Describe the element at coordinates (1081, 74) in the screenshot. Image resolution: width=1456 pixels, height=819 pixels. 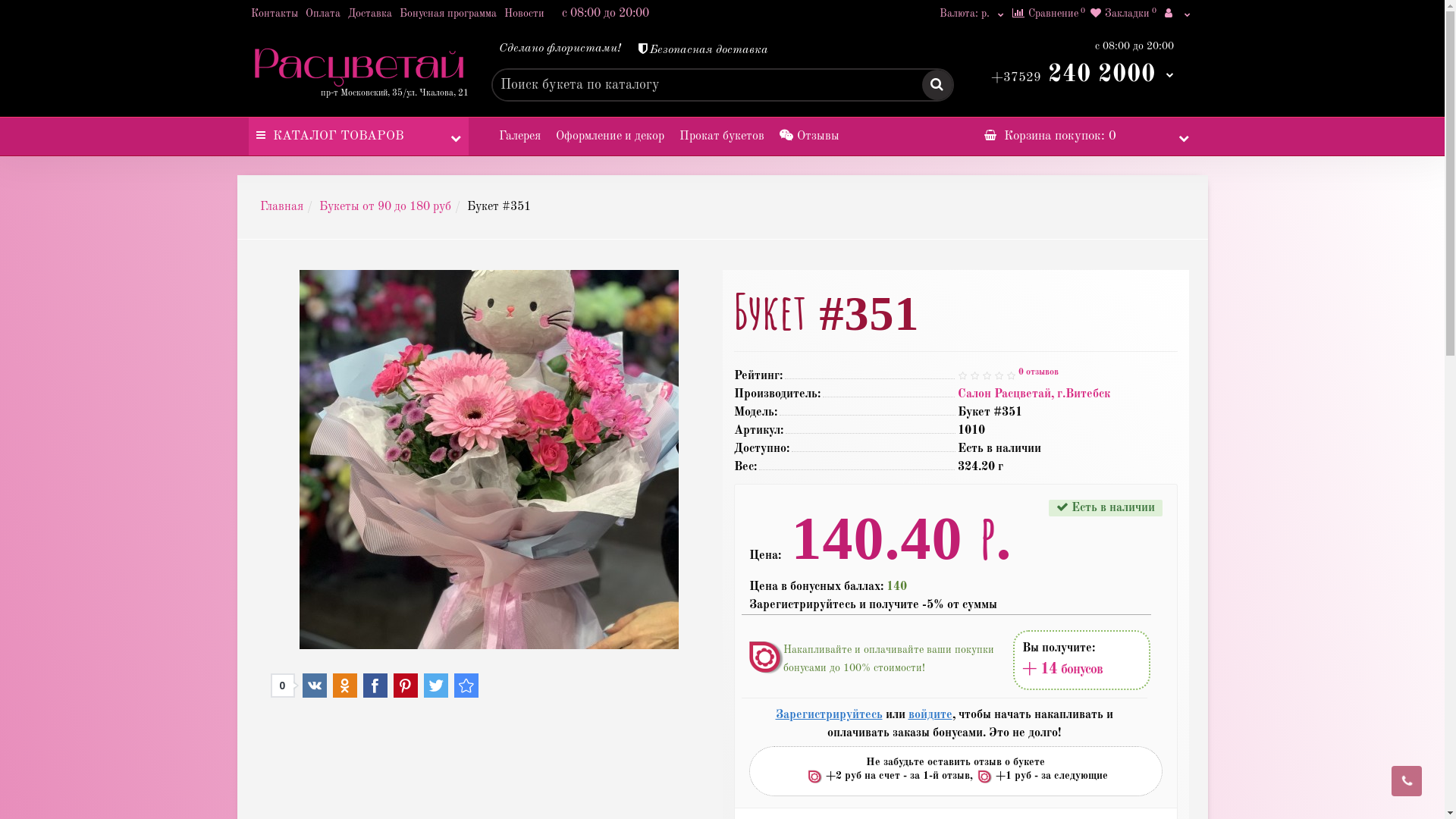
I see `'+37529 240 2000'` at that location.